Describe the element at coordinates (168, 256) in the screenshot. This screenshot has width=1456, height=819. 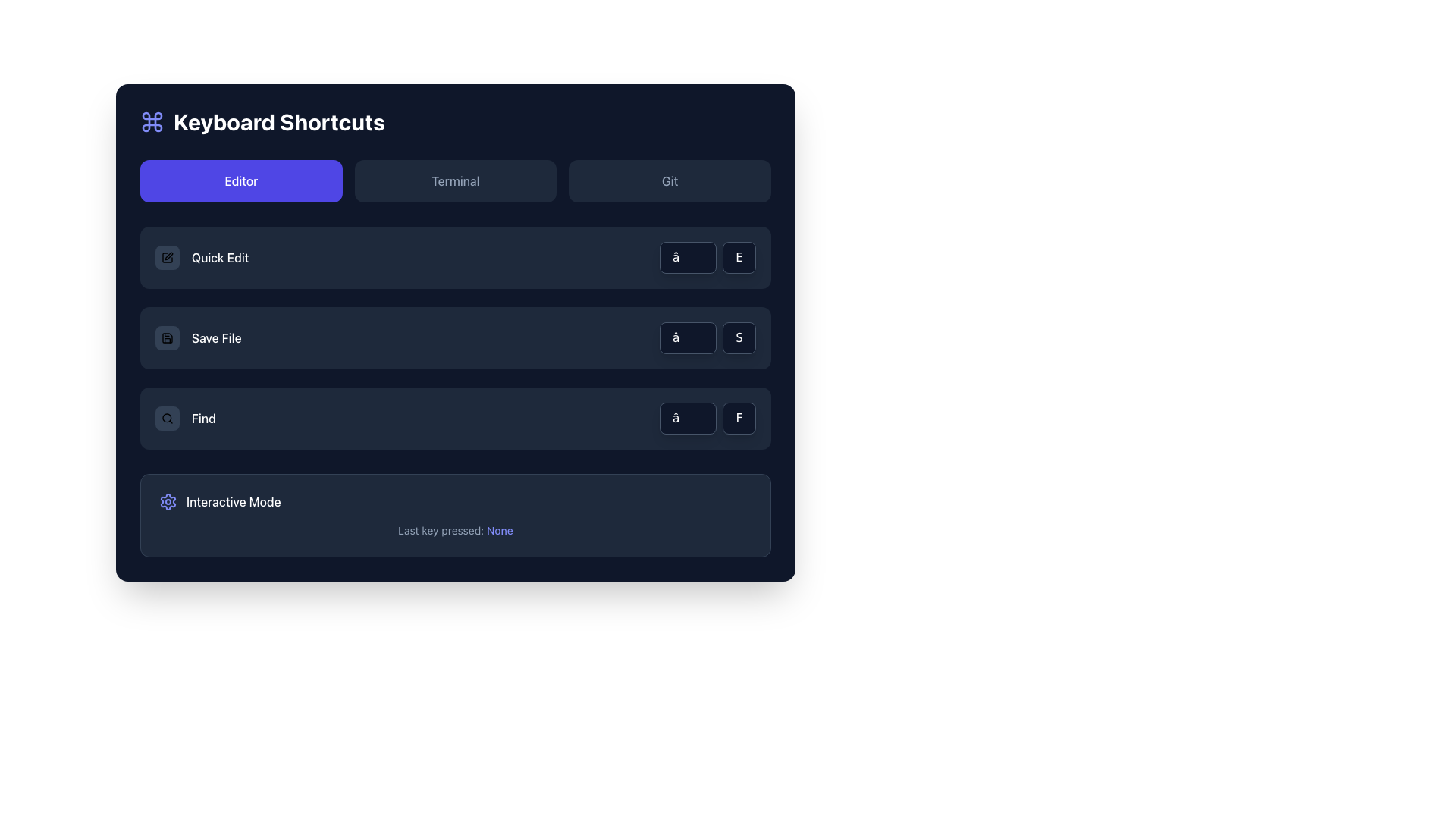
I see `the Vector icon (pen icon) located to the left of the 'Quick Edit' label` at that location.